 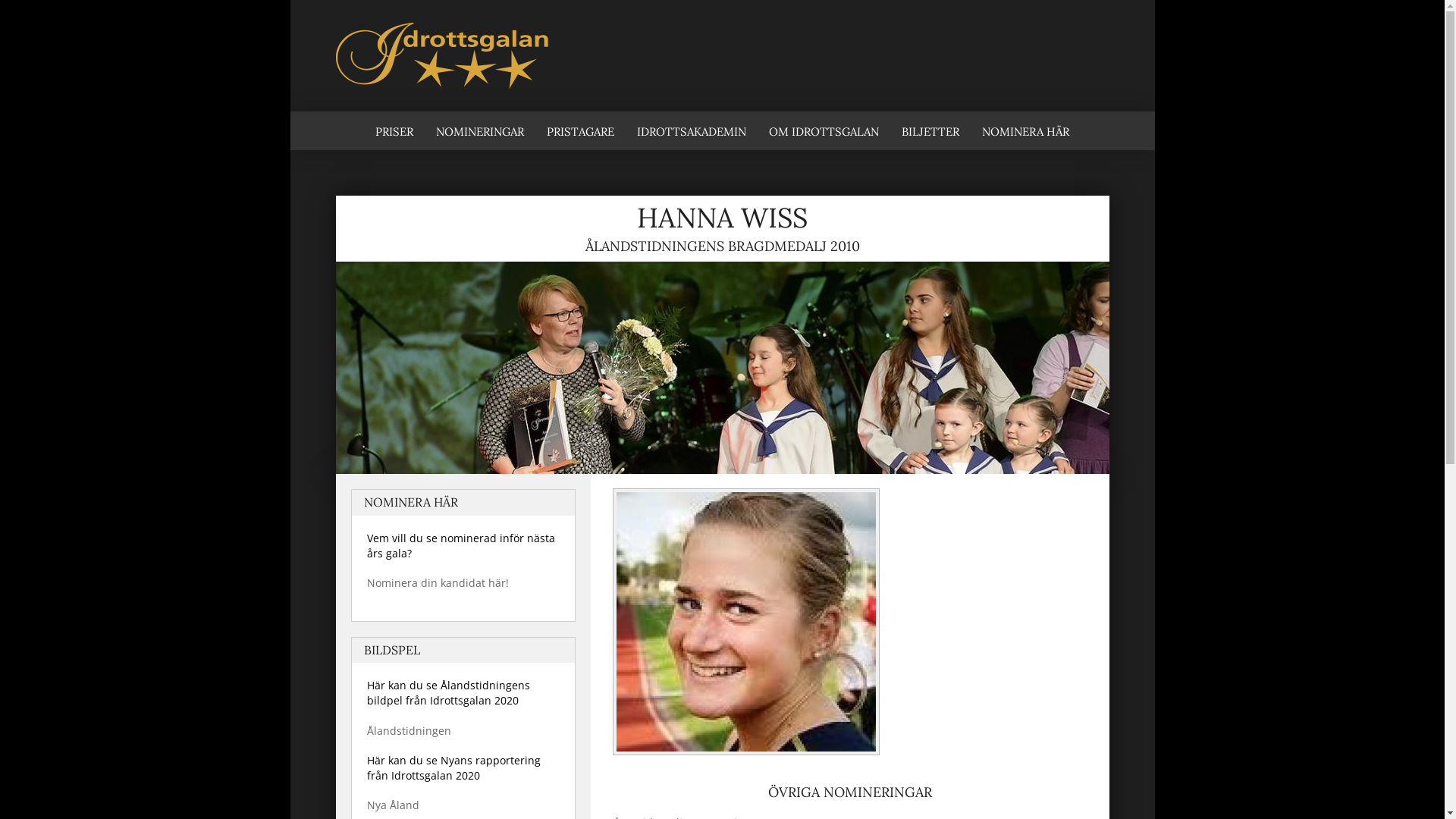 I want to click on 'PRISER', so click(x=364, y=130).